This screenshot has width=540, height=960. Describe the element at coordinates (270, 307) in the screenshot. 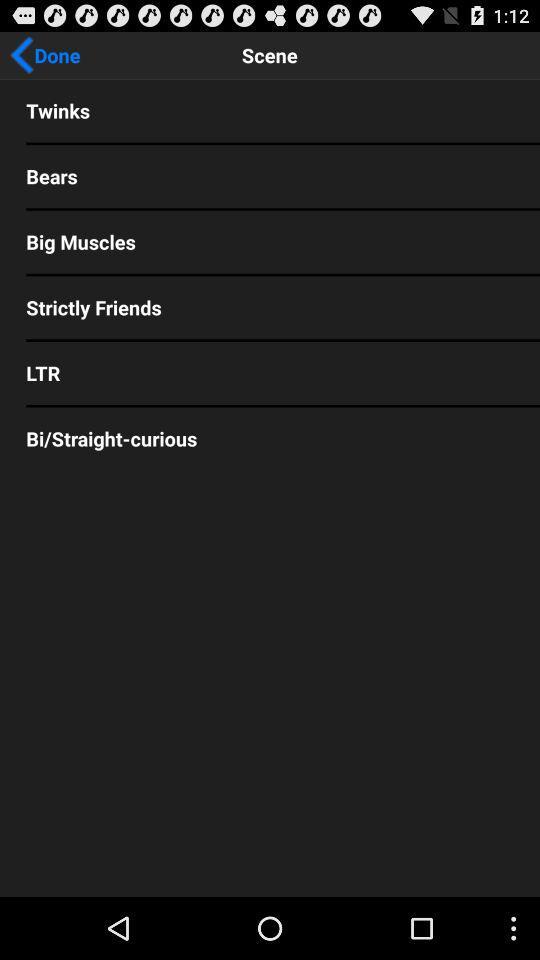

I see `strictly friends app` at that location.